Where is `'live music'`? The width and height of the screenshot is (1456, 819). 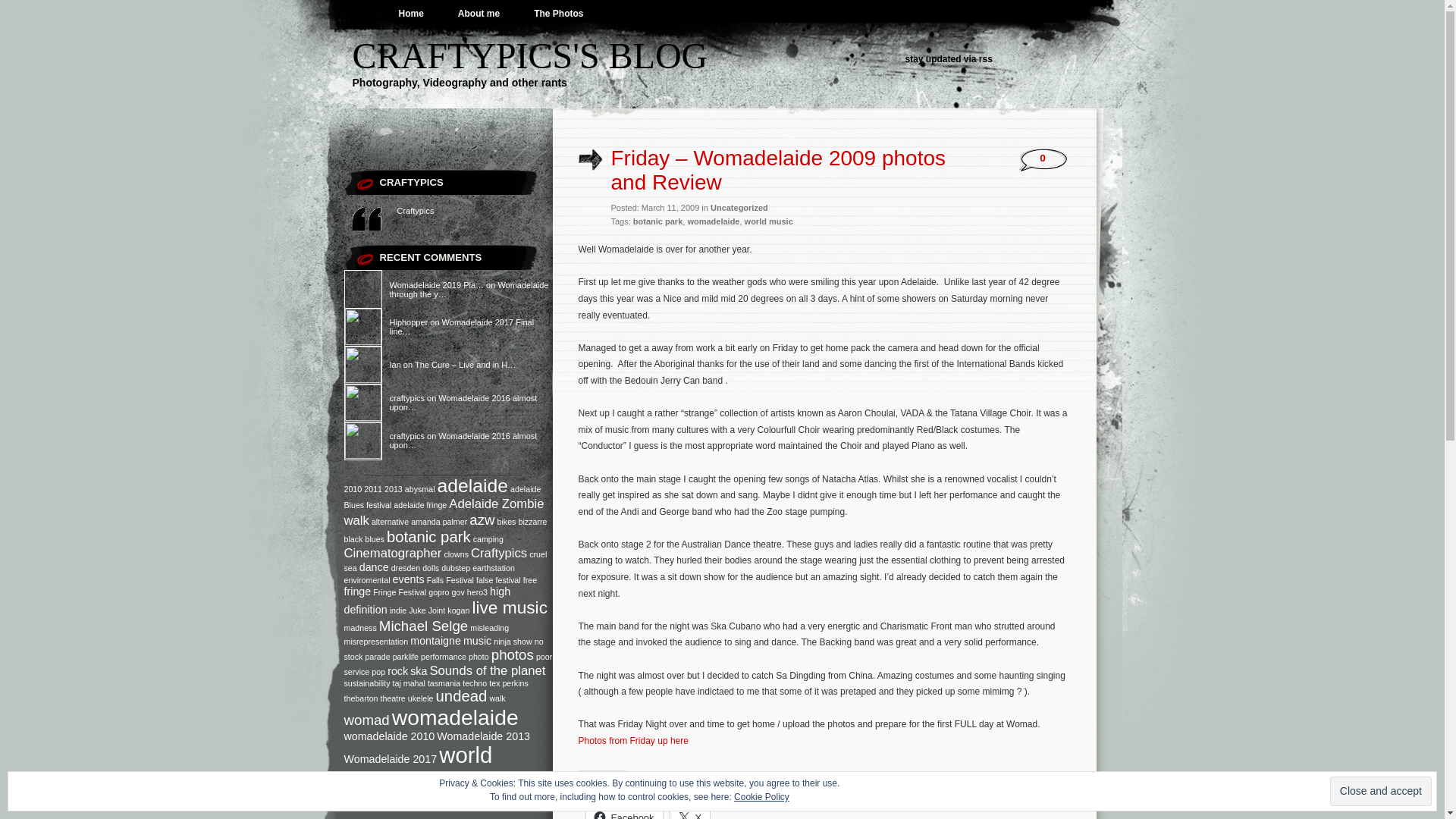
'live music' is located at coordinates (510, 607).